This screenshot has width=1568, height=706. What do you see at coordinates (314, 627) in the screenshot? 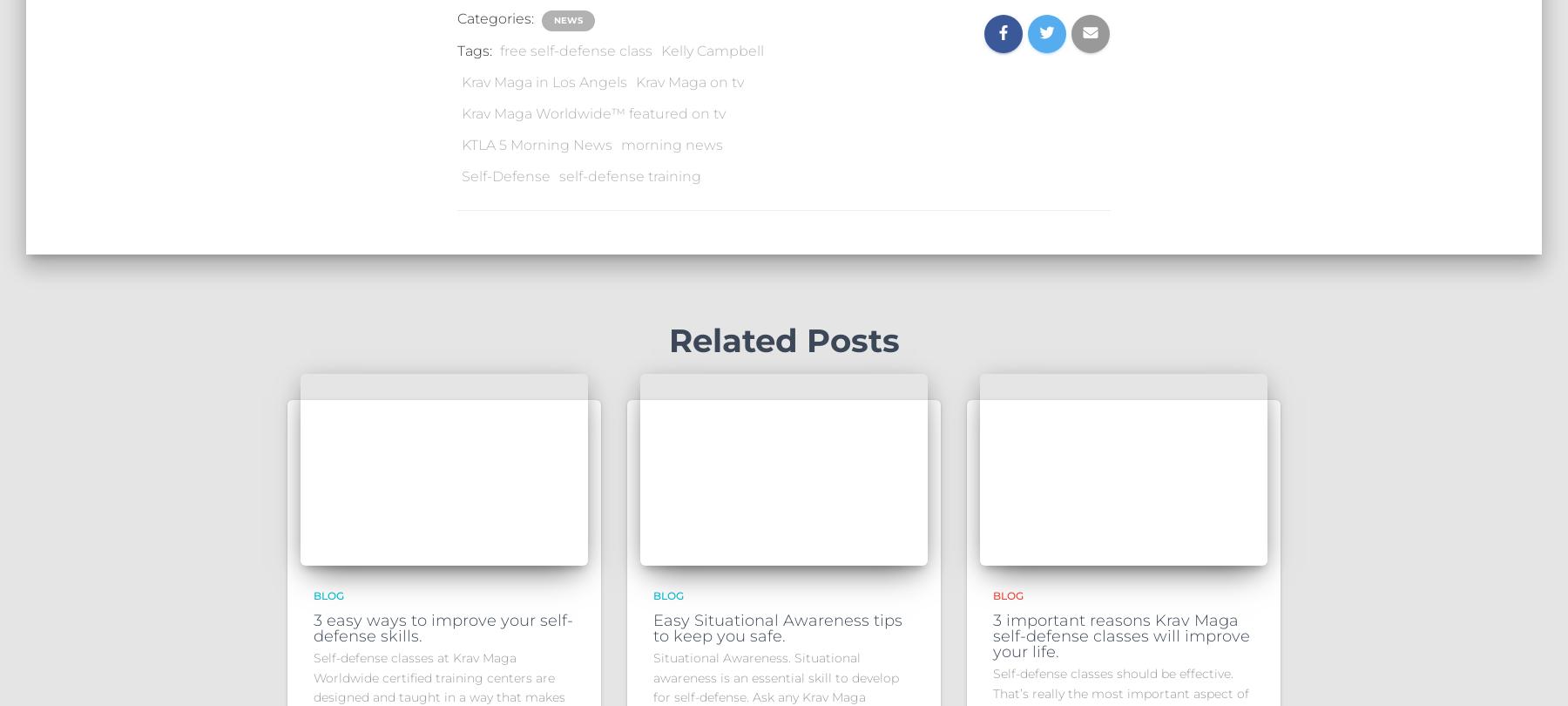
I see `'3 easy ways to improve your self-defense skills.'` at bounding box center [314, 627].